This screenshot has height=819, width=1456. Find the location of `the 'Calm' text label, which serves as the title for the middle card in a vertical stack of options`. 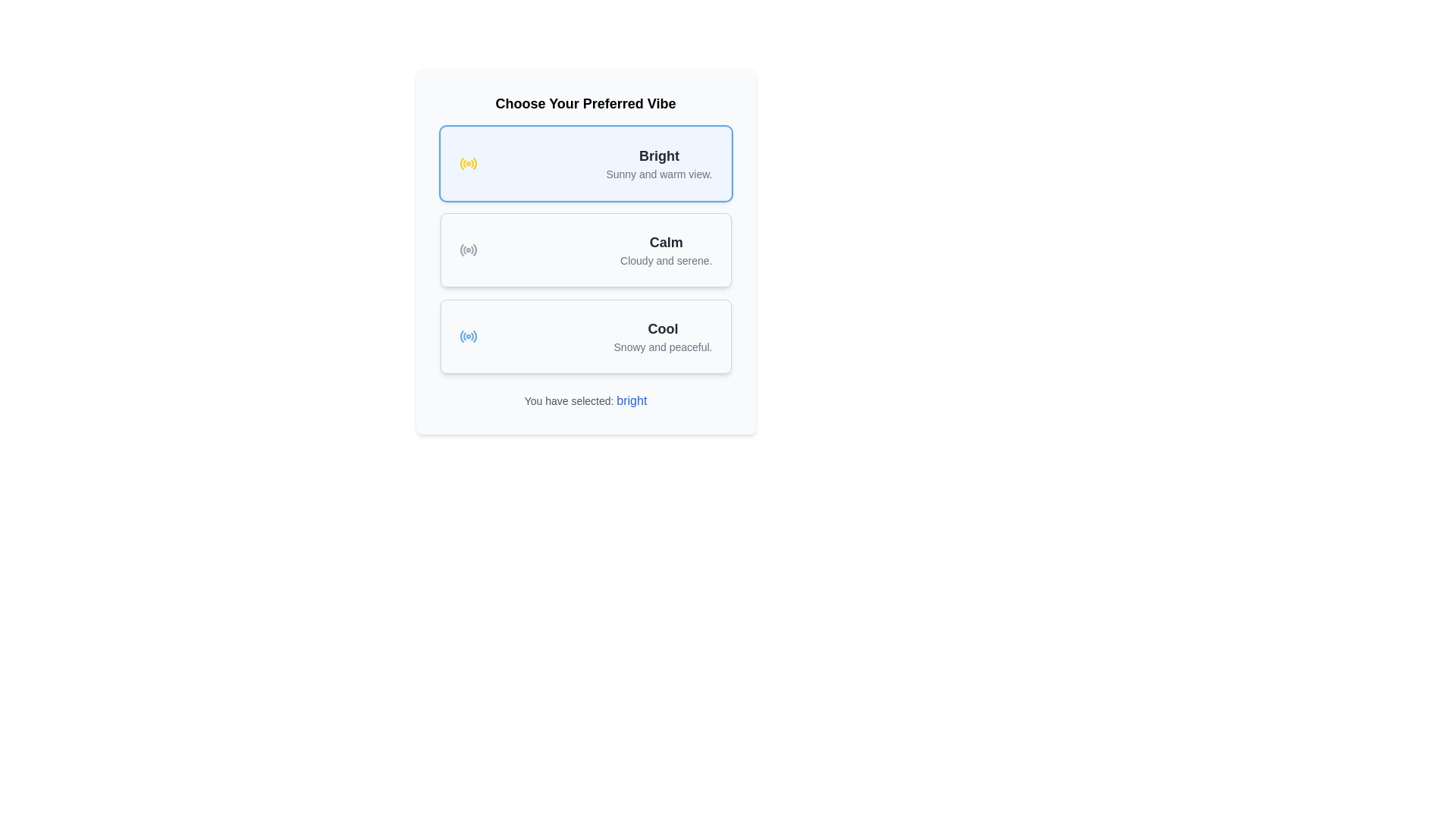

the 'Calm' text label, which serves as the title for the middle card in a vertical stack of options is located at coordinates (666, 242).